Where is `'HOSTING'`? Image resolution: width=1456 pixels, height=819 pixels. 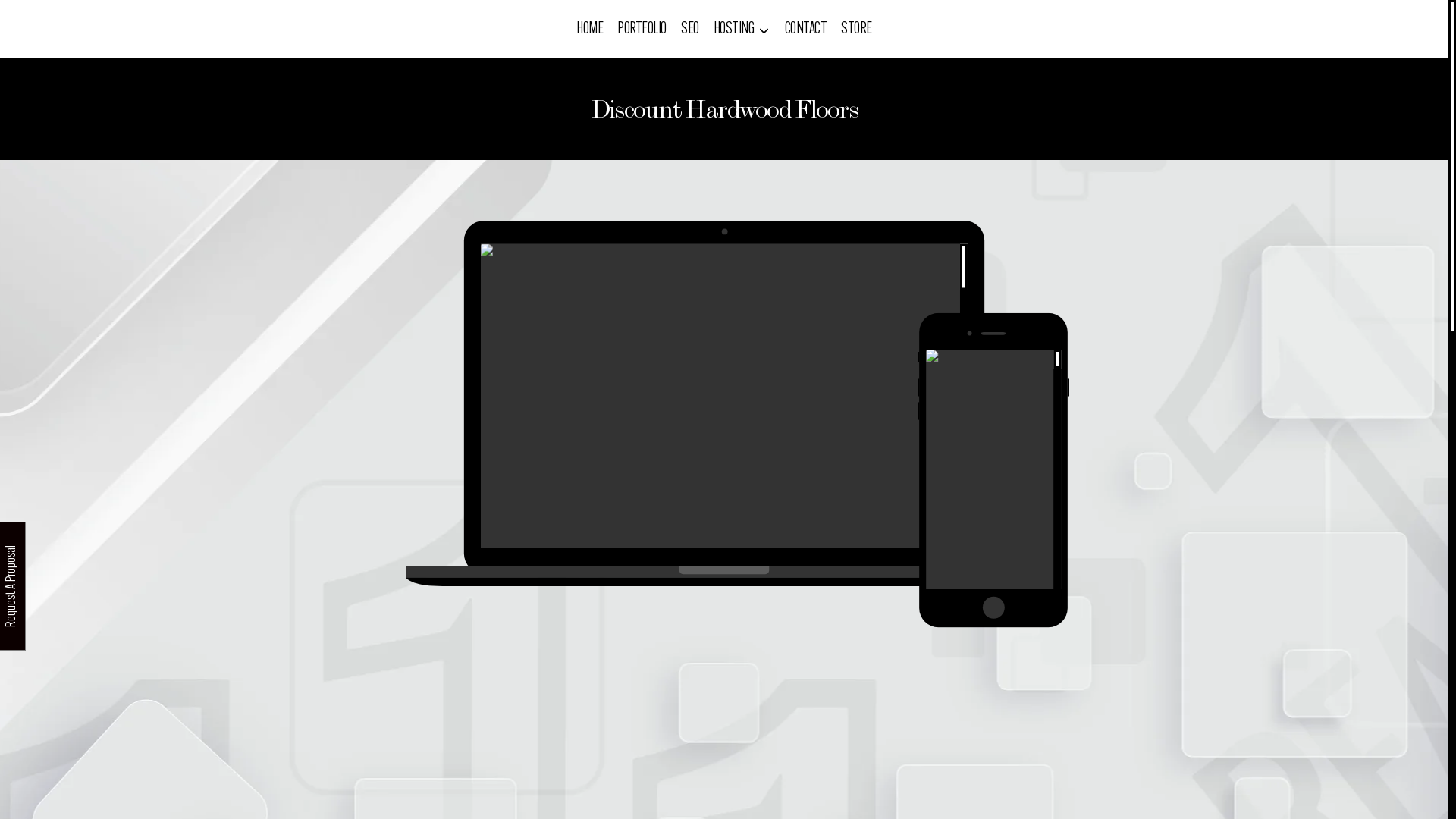 'HOSTING' is located at coordinates (742, 29).